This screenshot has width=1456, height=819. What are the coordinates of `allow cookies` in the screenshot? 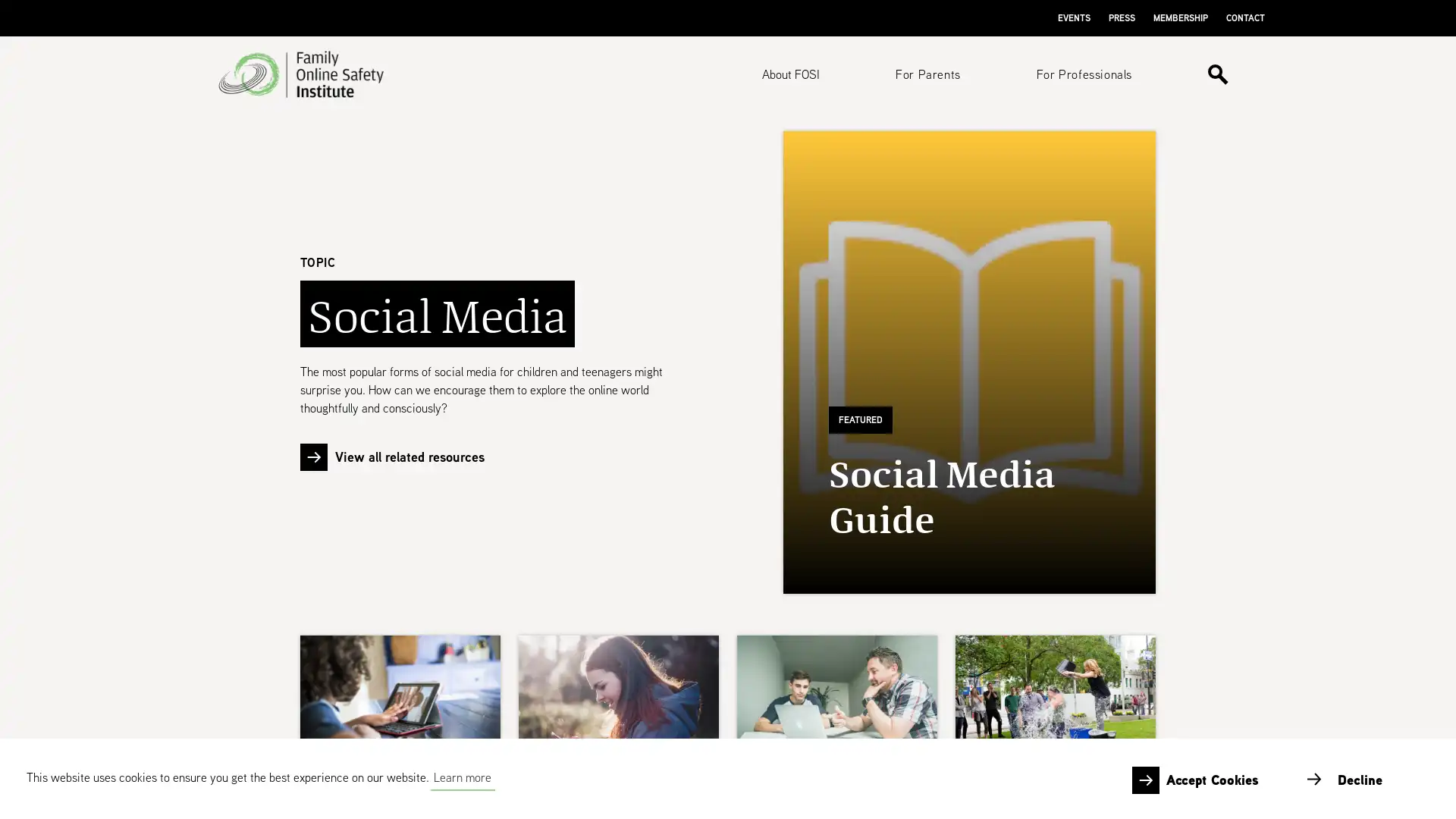 It's located at (1194, 778).